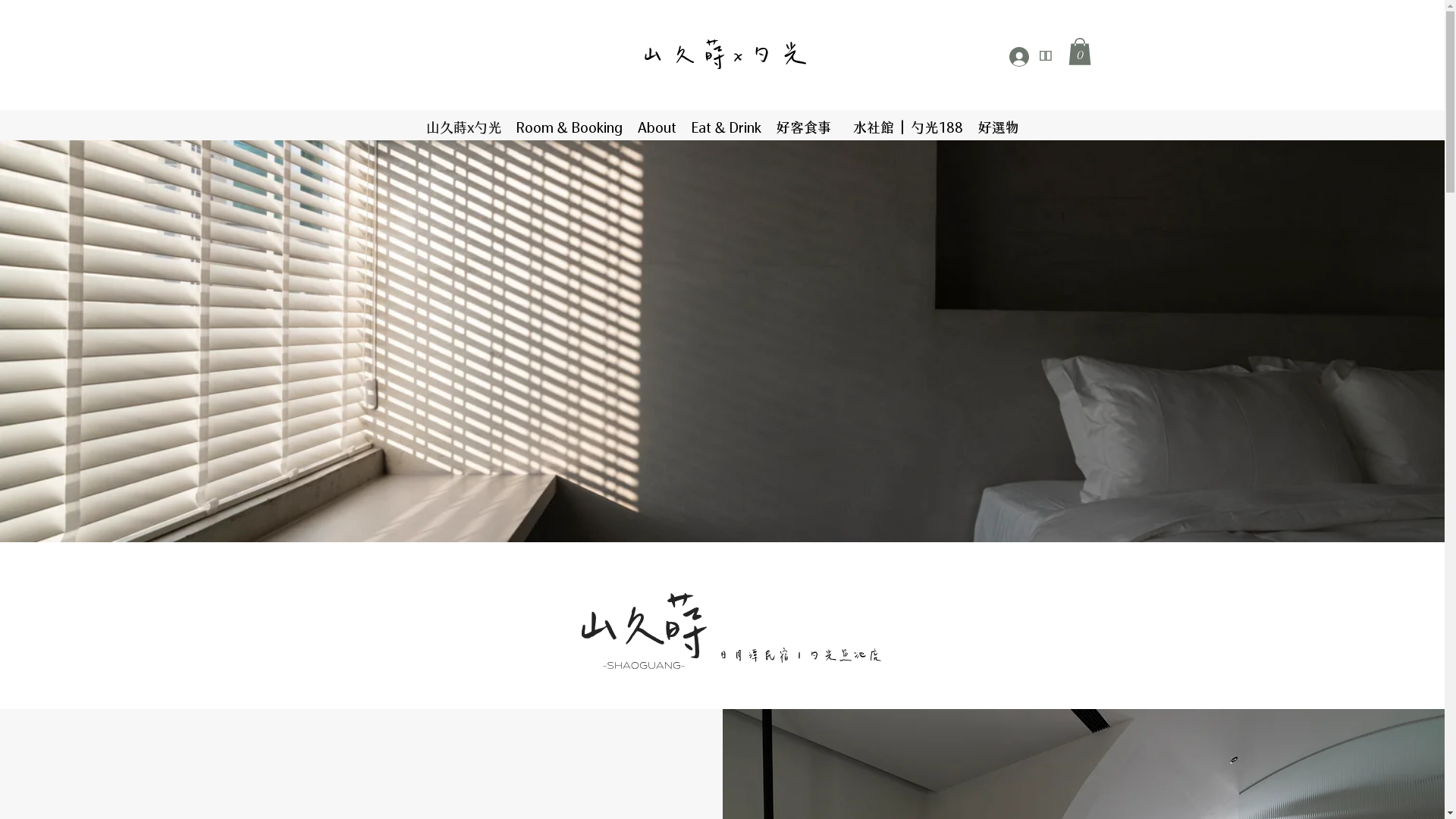  Describe the element at coordinates (726, 124) in the screenshot. I see `'Eat & Drink'` at that location.